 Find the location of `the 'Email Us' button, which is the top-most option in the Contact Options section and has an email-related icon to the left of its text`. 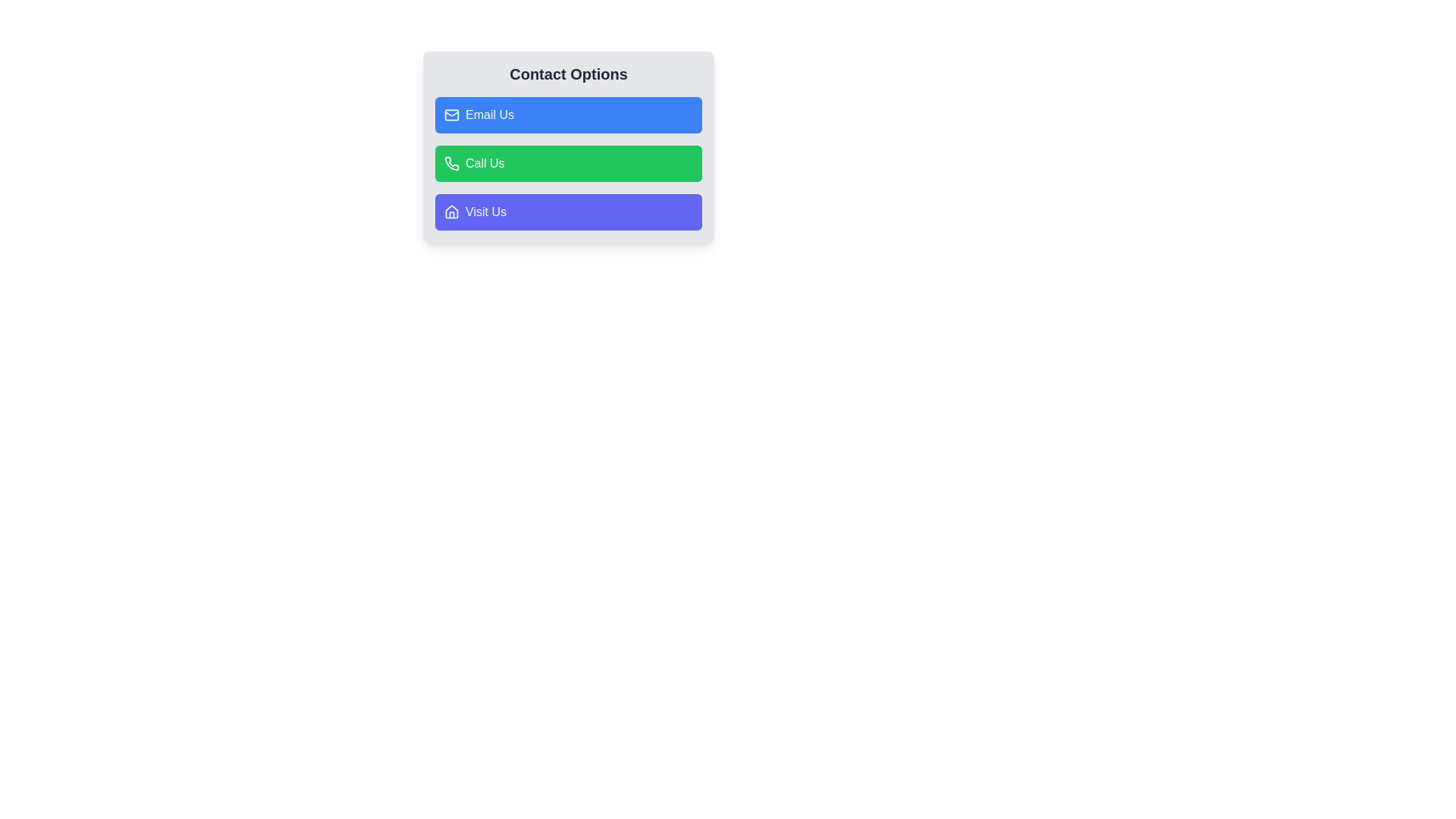

the 'Email Us' button, which is the top-most option in the Contact Options section and has an email-related icon to the left of its text is located at coordinates (450, 114).